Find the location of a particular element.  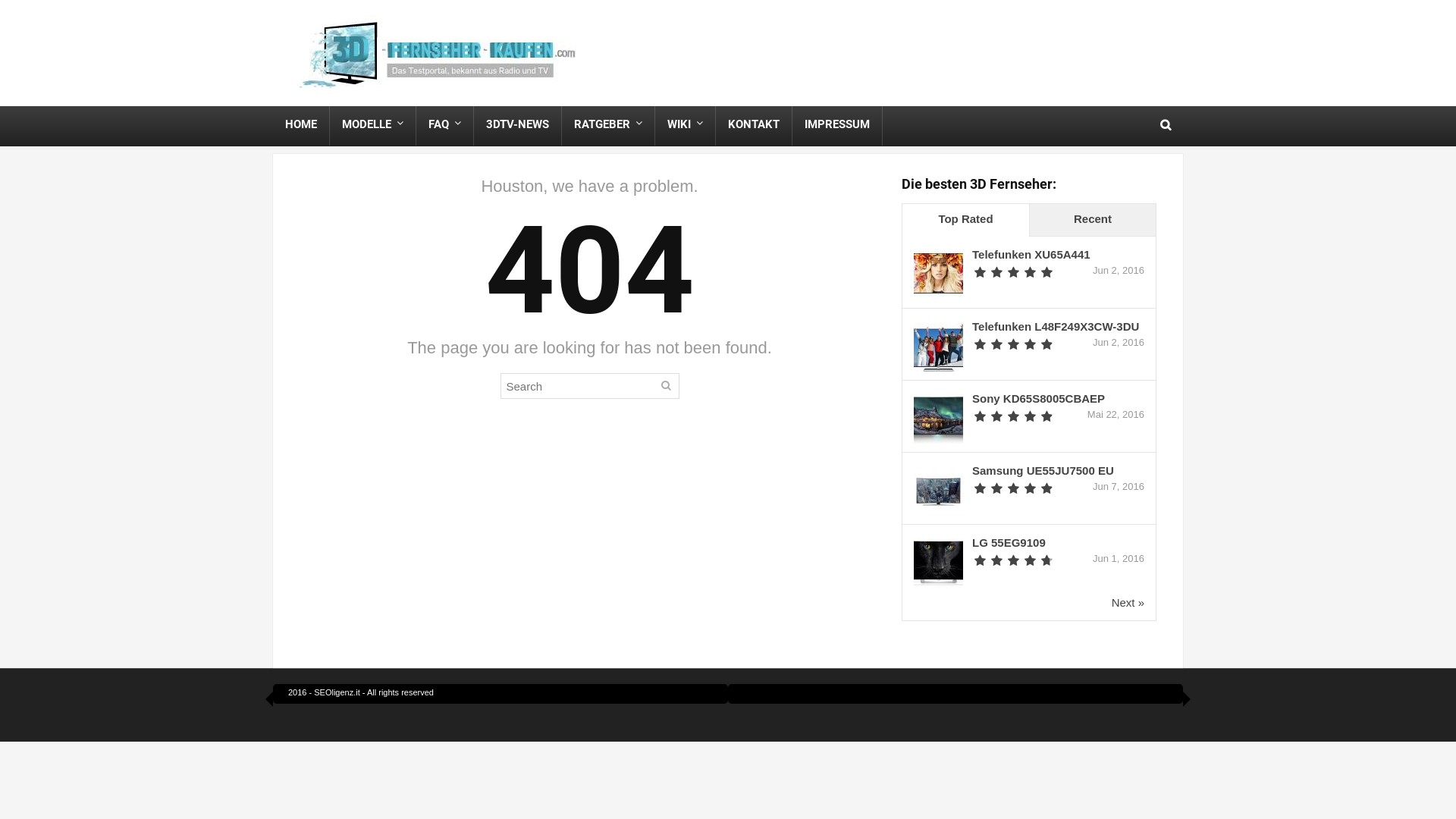

'IMPRESSUM' is located at coordinates (836, 124).